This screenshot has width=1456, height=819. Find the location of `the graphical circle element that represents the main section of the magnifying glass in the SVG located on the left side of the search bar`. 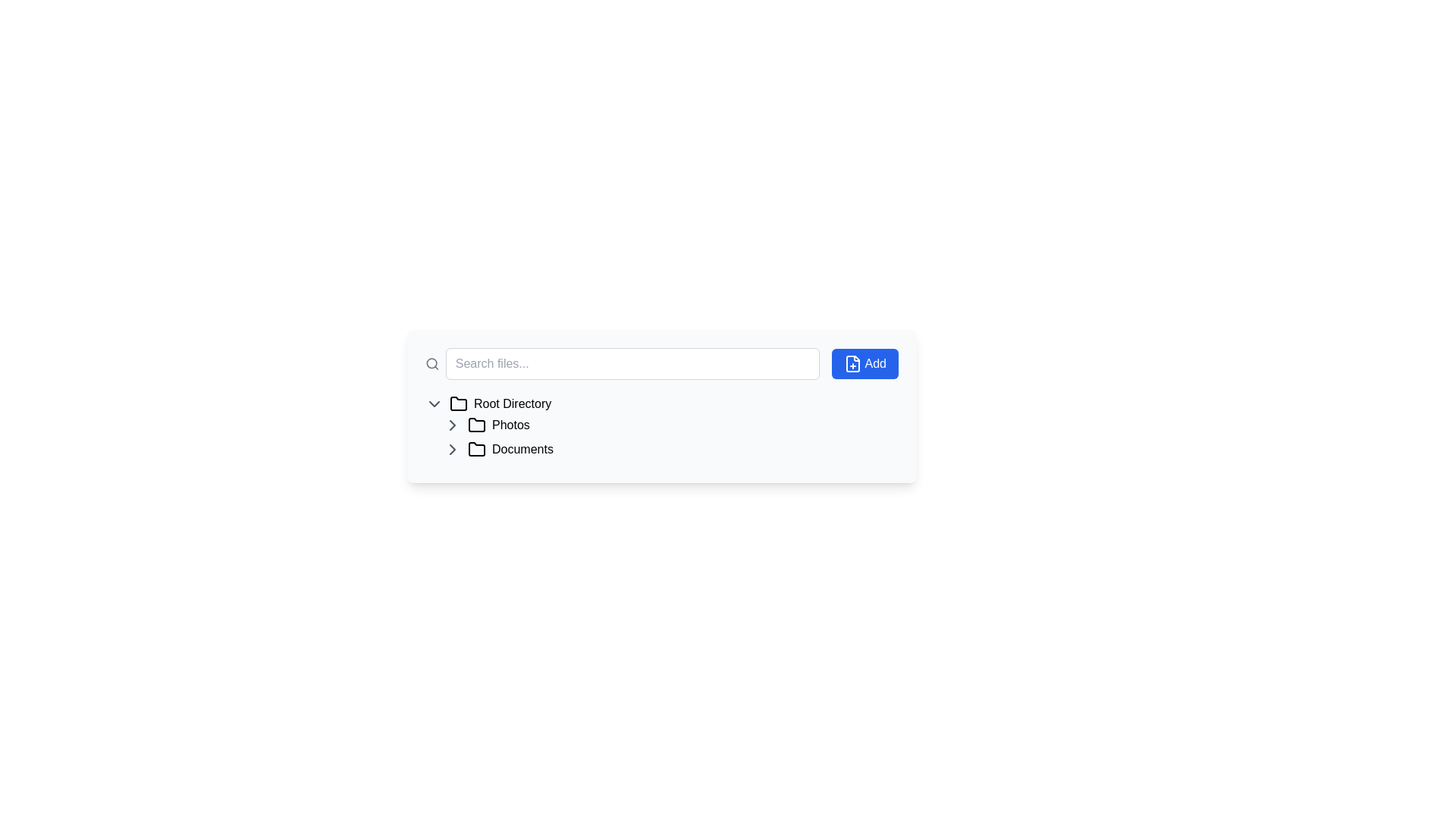

the graphical circle element that represents the main section of the magnifying glass in the SVG located on the left side of the search bar is located at coordinates (431, 363).